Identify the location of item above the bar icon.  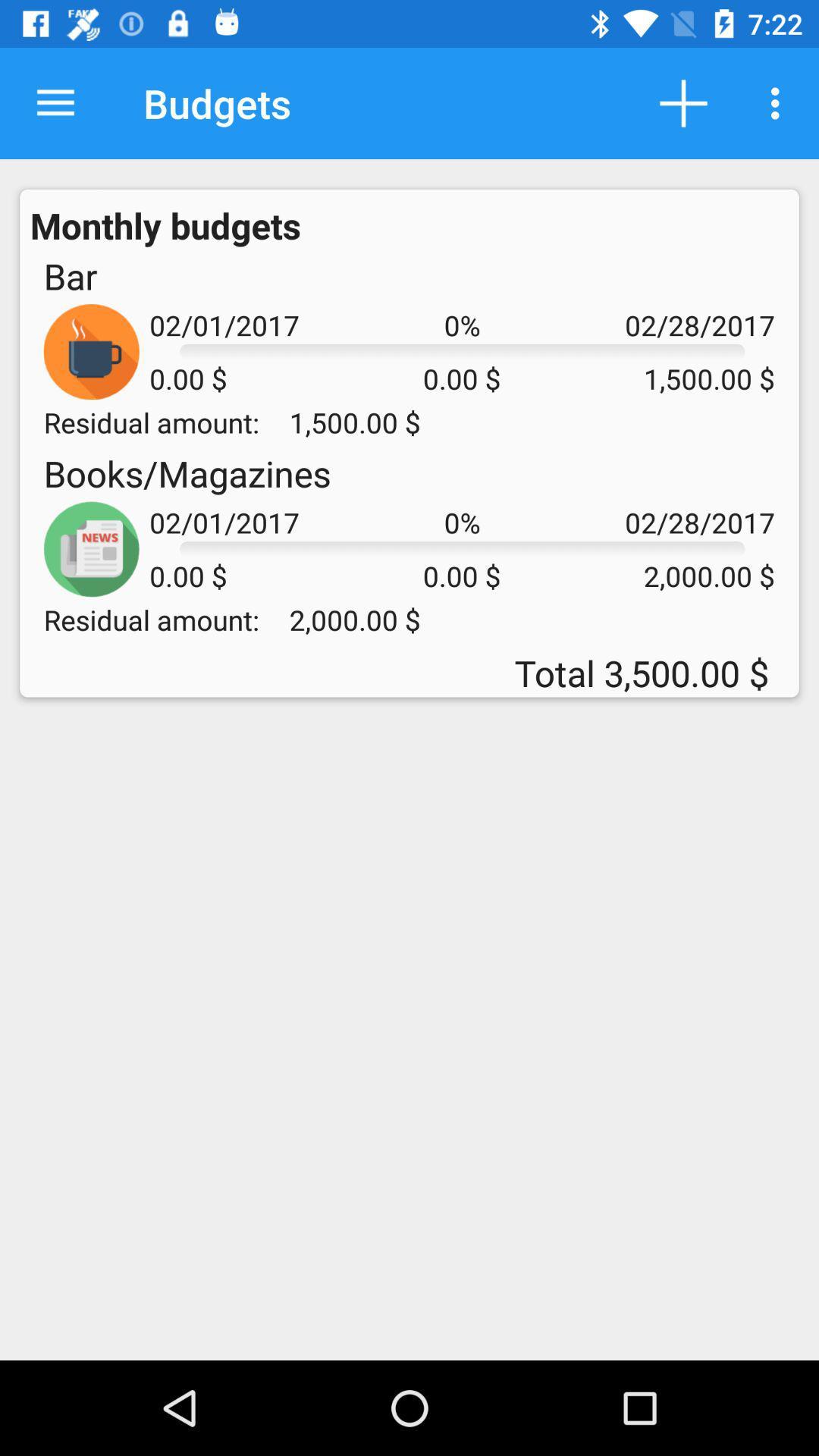
(165, 224).